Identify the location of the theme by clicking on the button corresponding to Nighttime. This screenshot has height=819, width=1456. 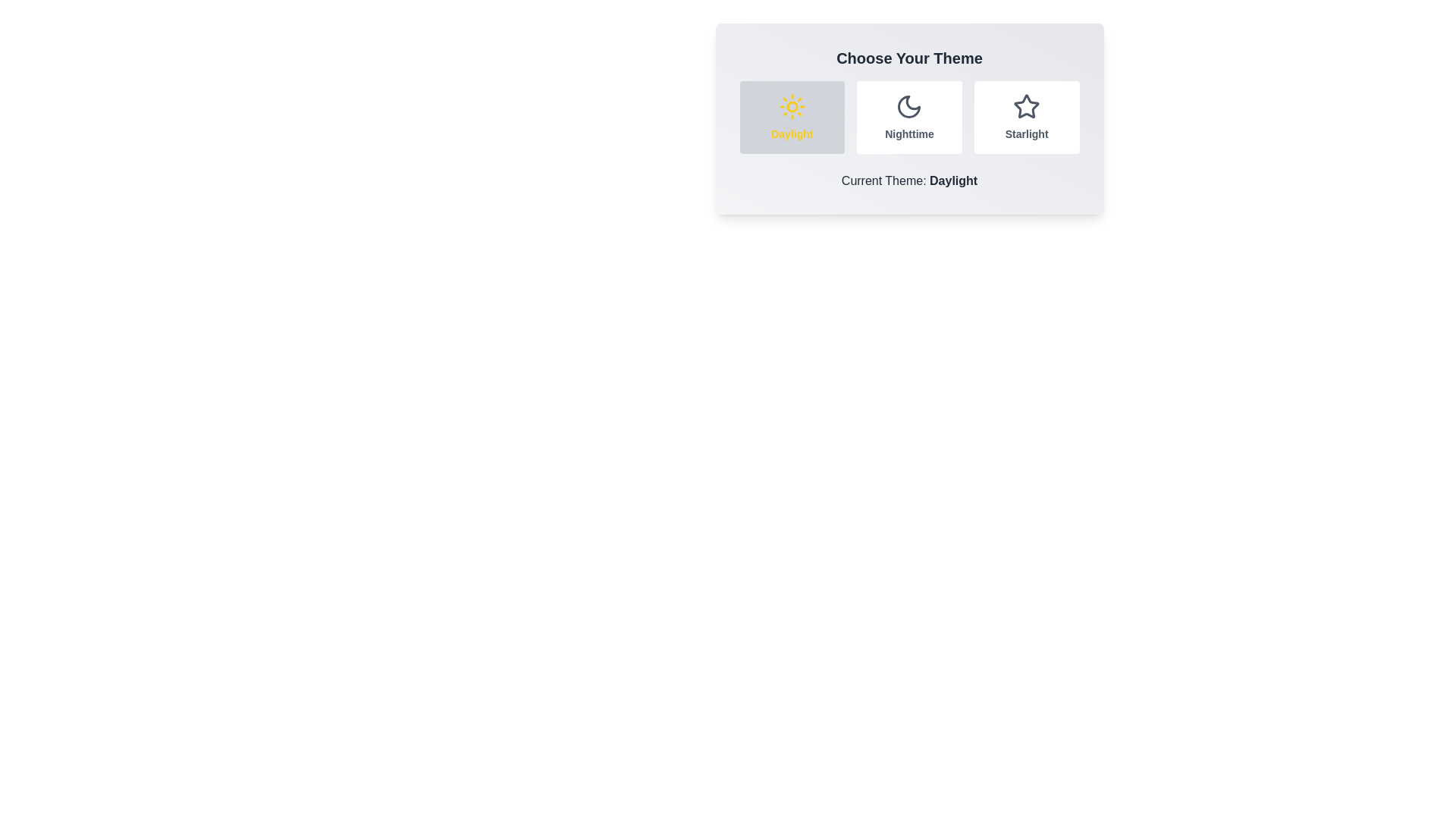
(909, 116).